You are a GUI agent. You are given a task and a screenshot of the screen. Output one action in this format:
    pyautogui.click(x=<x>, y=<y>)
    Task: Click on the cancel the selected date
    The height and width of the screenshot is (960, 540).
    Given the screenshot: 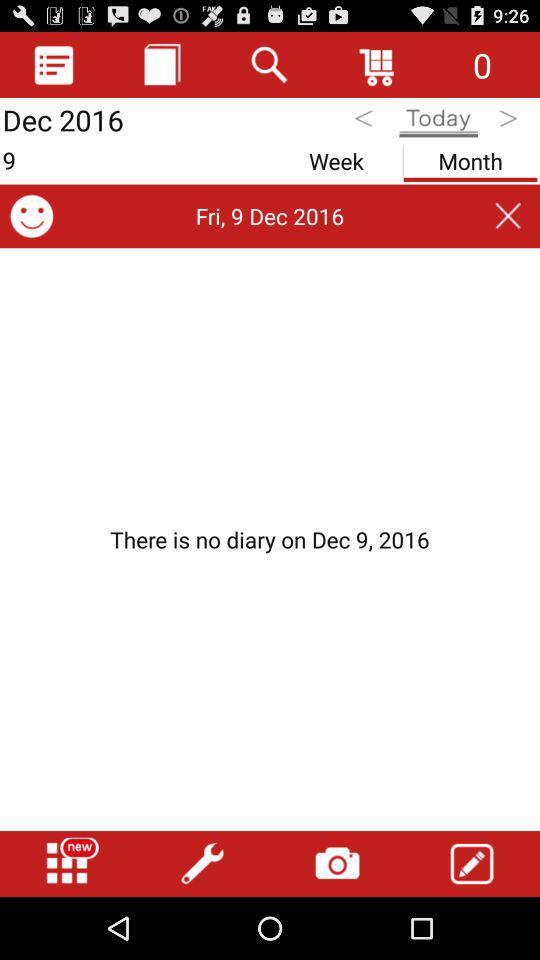 What is the action you would take?
    pyautogui.click(x=508, y=216)
    